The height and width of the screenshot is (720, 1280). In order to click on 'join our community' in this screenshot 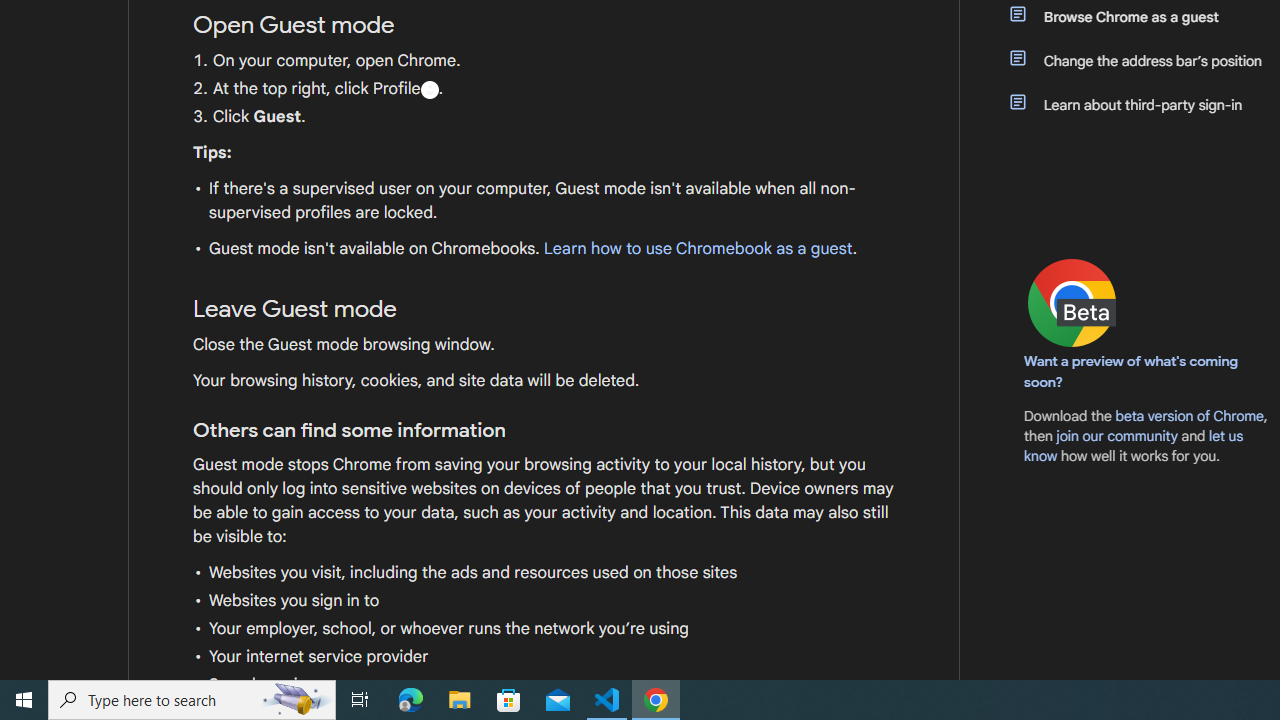, I will do `click(1115, 434)`.